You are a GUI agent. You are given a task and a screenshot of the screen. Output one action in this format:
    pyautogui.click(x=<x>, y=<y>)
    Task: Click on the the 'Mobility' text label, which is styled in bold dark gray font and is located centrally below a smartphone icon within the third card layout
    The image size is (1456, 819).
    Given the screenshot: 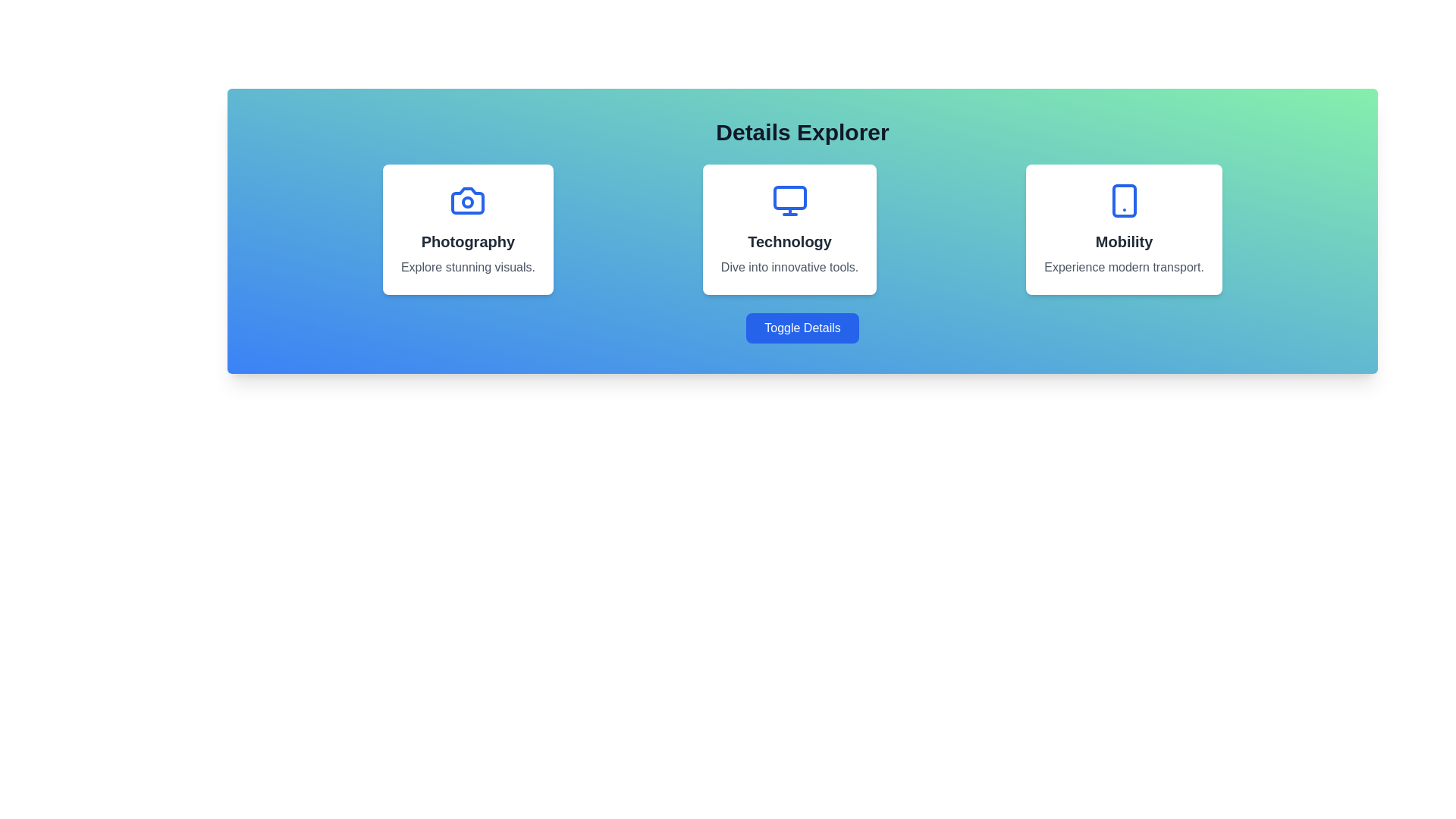 What is the action you would take?
    pyautogui.click(x=1124, y=241)
    